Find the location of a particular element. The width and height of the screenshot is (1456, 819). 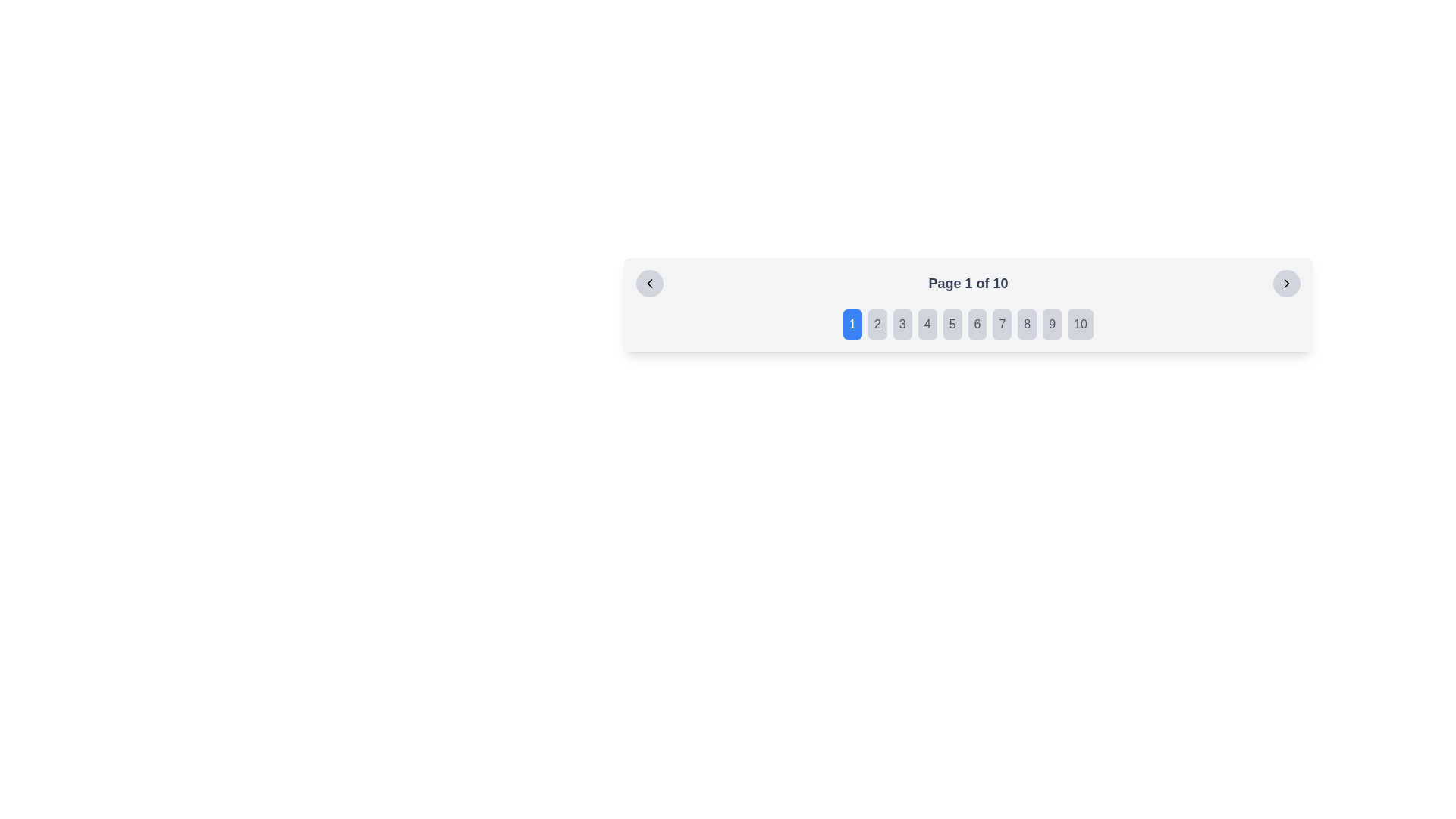

the pagination button labeled '2' is located at coordinates (877, 324).